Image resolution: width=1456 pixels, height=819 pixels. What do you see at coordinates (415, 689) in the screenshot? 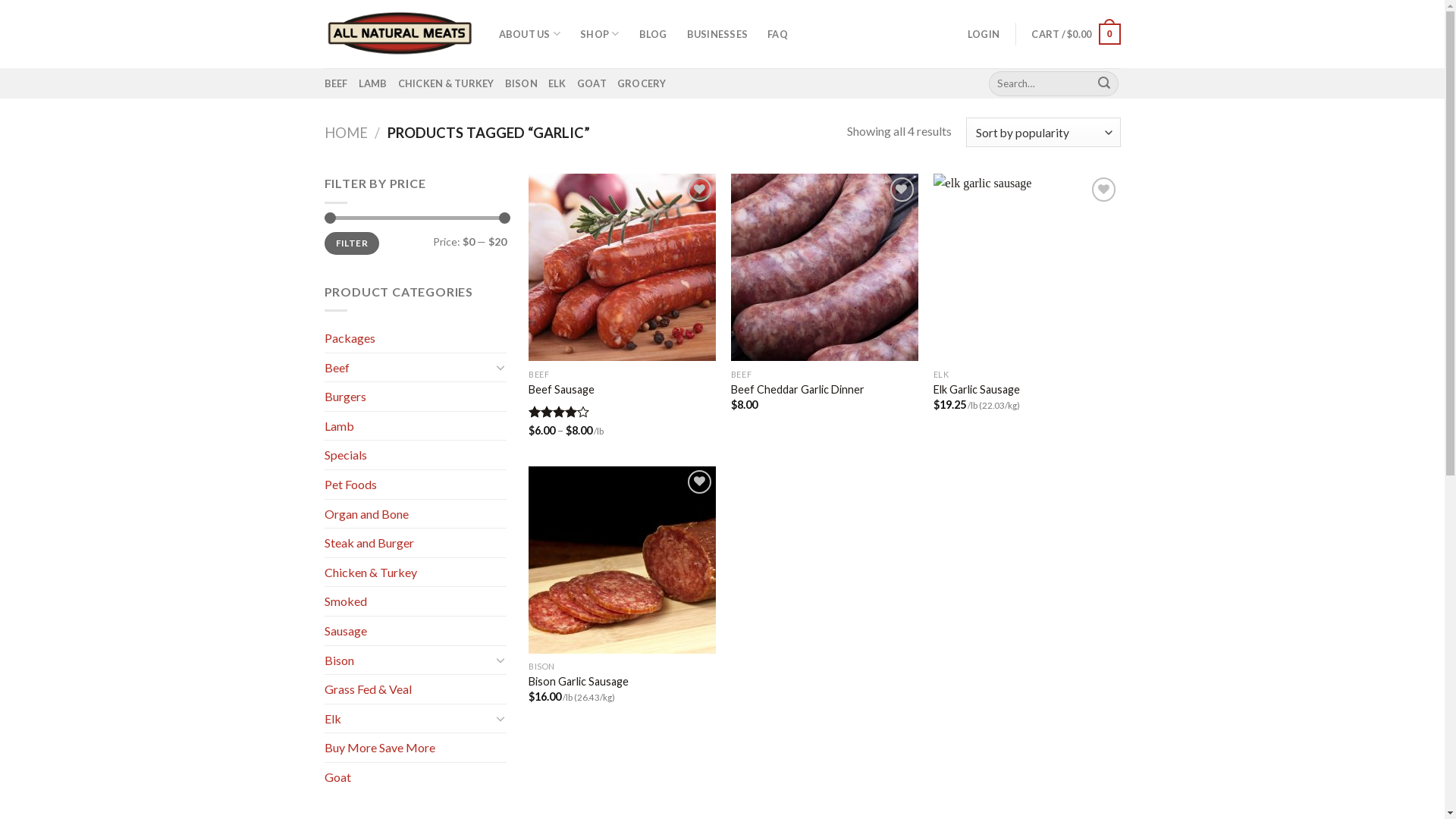
I see `'Grass Fed & Veal'` at bounding box center [415, 689].